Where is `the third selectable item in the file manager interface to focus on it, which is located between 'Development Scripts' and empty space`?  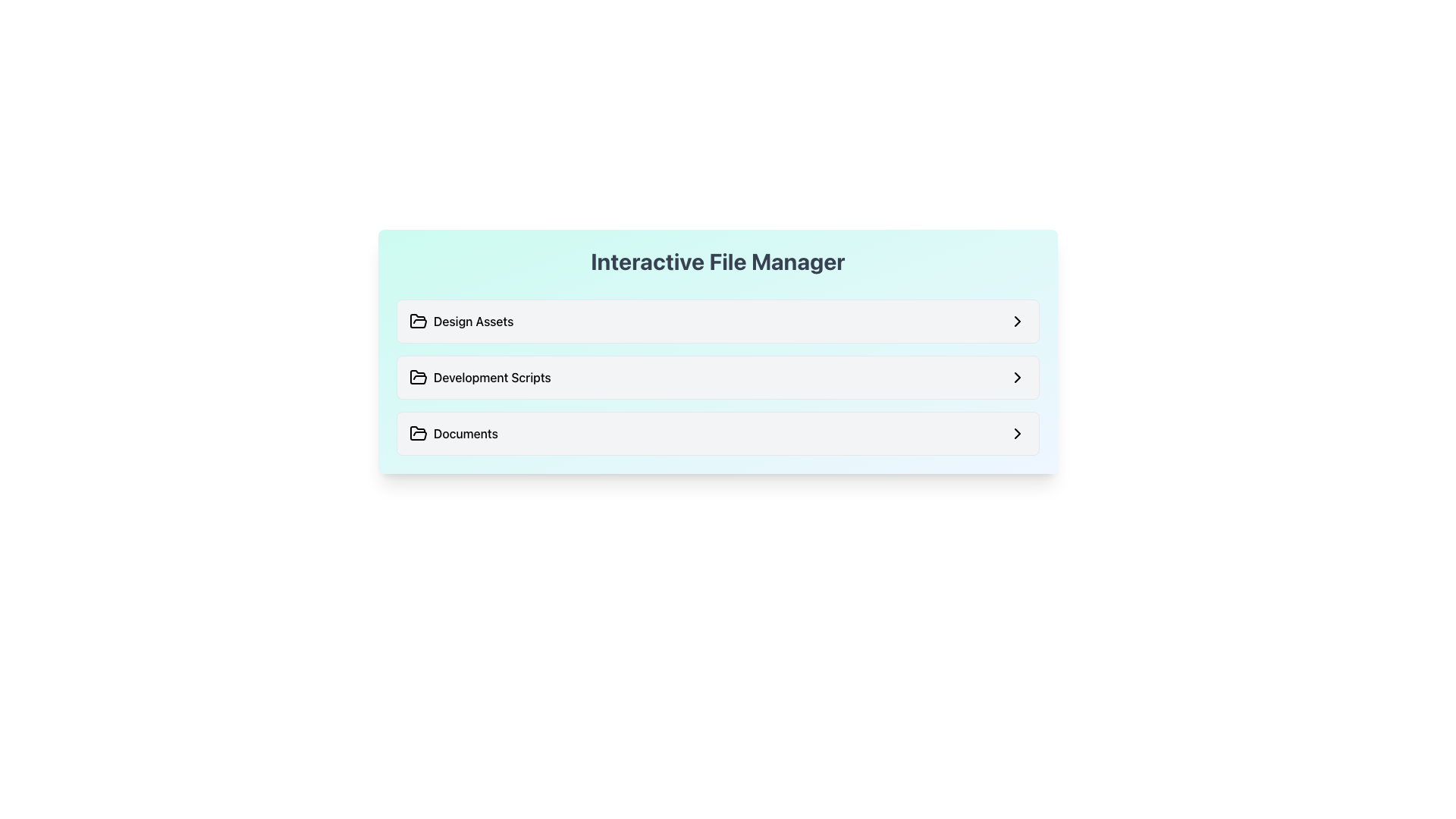 the third selectable item in the file manager interface to focus on it, which is located between 'Development Scripts' and empty space is located at coordinates (717, 433).